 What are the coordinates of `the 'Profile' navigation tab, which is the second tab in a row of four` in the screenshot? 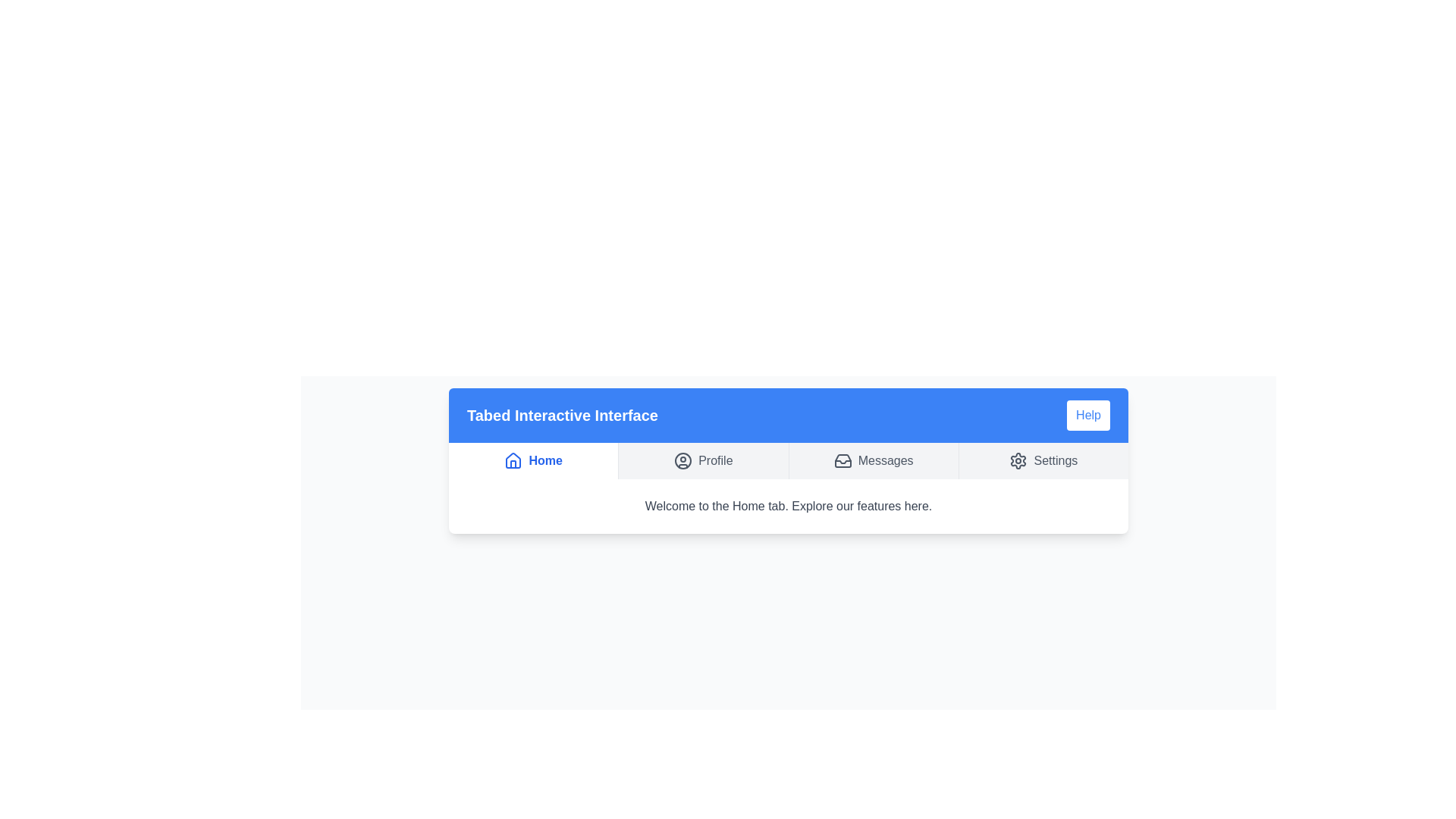 It's located at (702, 460).